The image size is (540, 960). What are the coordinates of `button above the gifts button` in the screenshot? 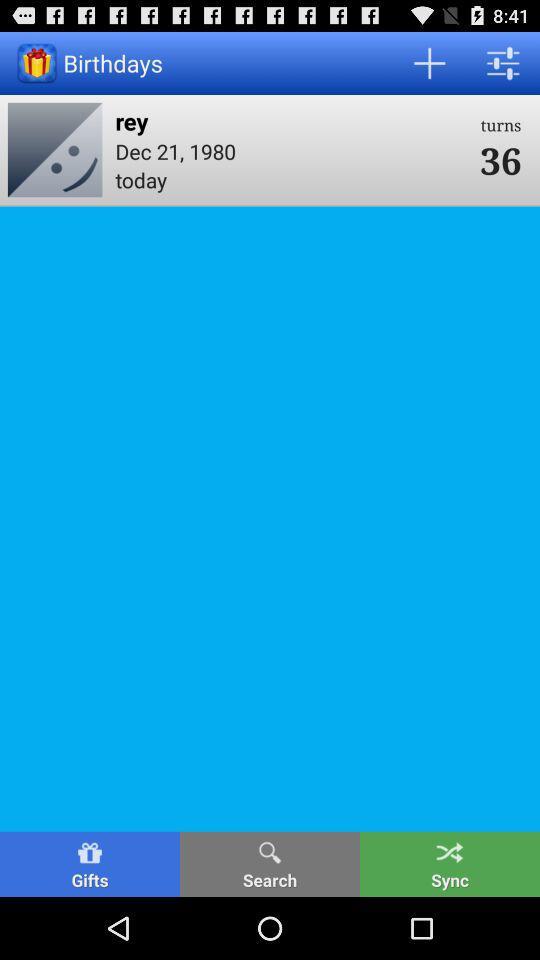 It's located at (55, 148).